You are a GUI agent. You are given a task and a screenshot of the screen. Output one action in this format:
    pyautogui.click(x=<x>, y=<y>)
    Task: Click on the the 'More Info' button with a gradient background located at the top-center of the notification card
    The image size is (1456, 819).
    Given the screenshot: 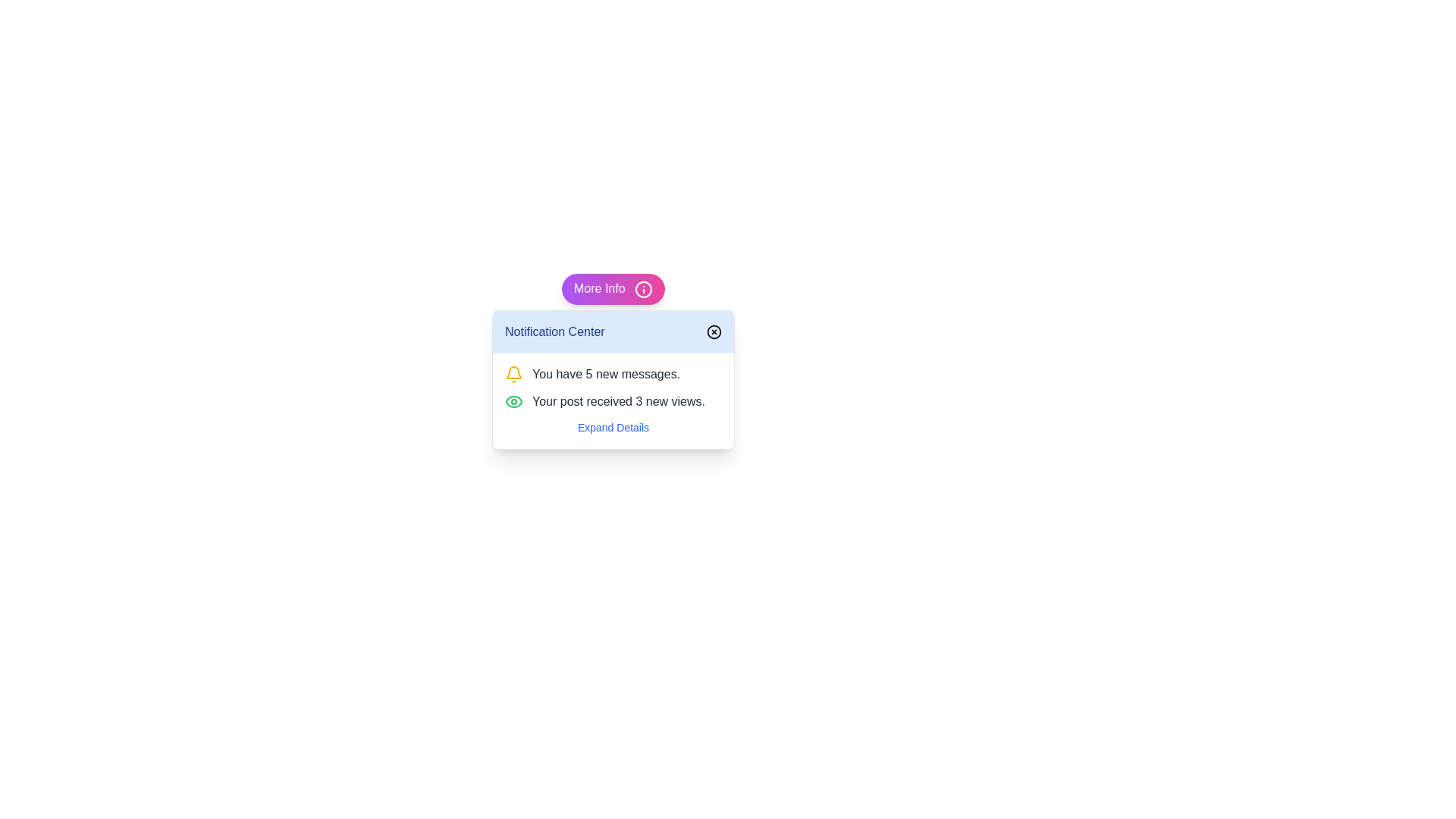 What is the action you would take?
    pyautogui.click(x=613, y=289)
    